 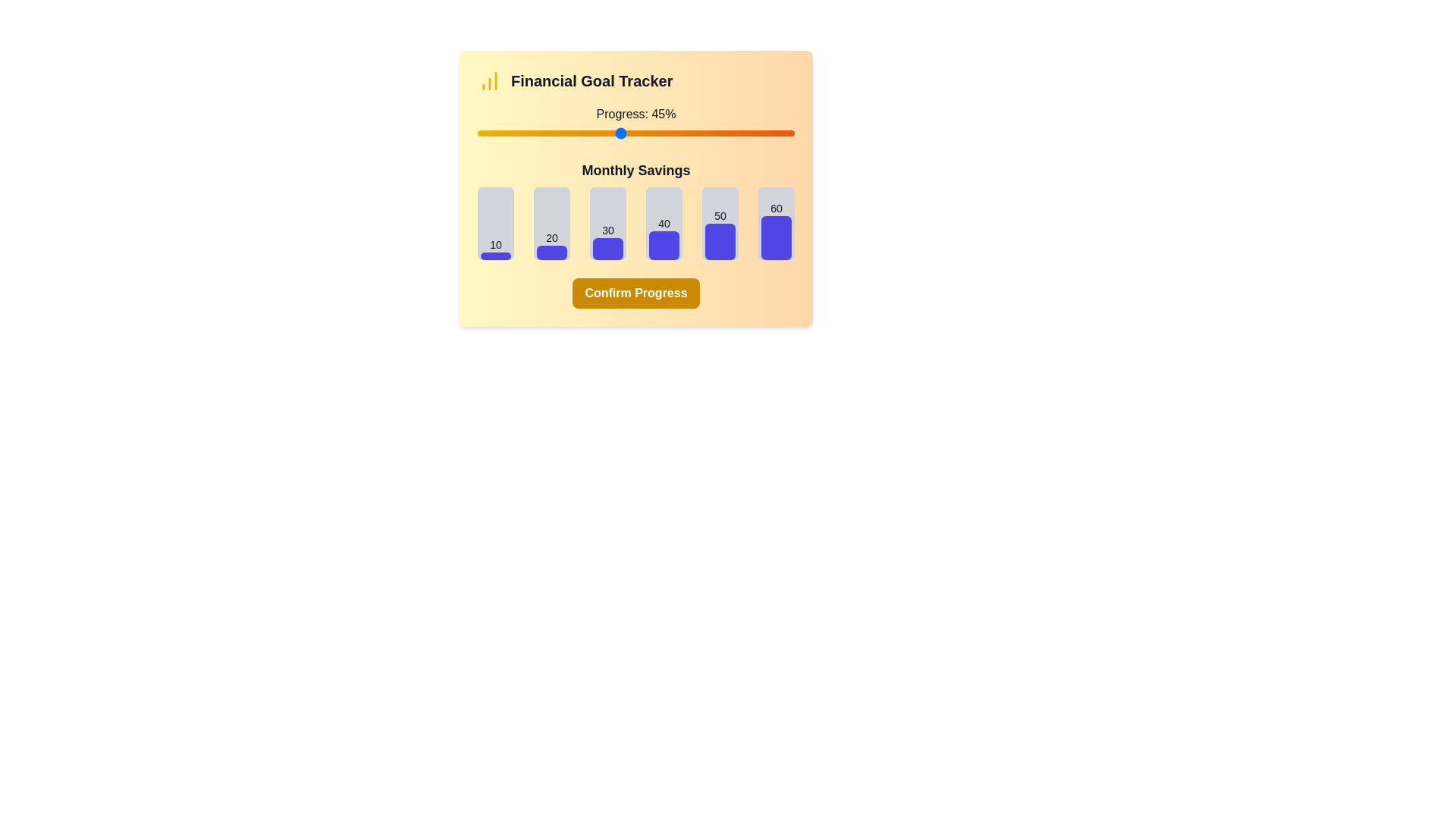 What do you see at coordinates (705, 133) in the screenshot?
I see `the progress slider to 72%` at bounding box center [705, 133].